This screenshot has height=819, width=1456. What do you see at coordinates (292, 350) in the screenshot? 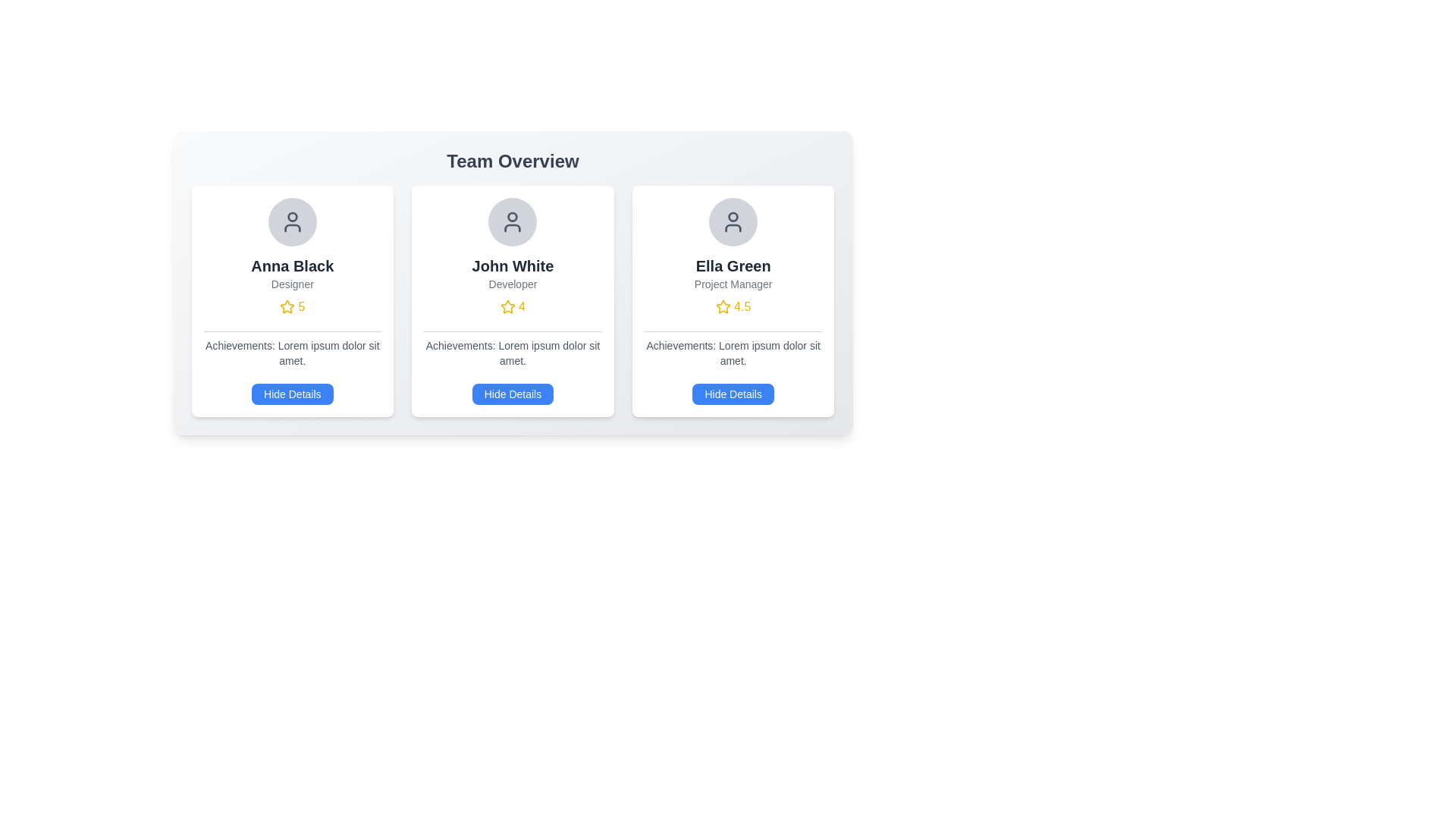
I see `descriptive text block located within the card layout for 'Anna Black', positioned below the rating and above the 'Hide Details' button` at bounding box center [292, 350].